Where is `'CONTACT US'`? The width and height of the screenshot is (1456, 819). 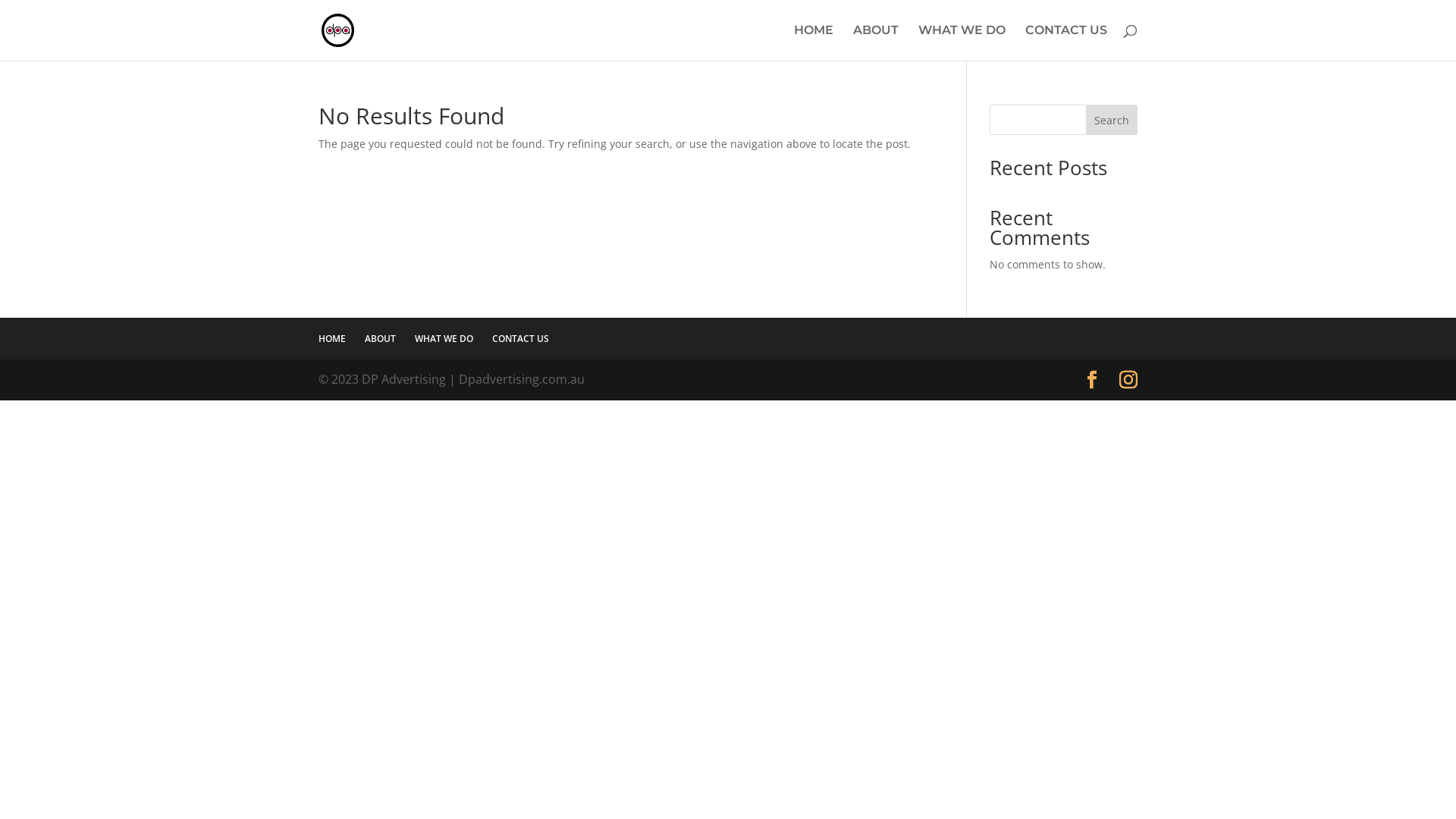
'CONTACT US' is located at coordinates (520, 337).